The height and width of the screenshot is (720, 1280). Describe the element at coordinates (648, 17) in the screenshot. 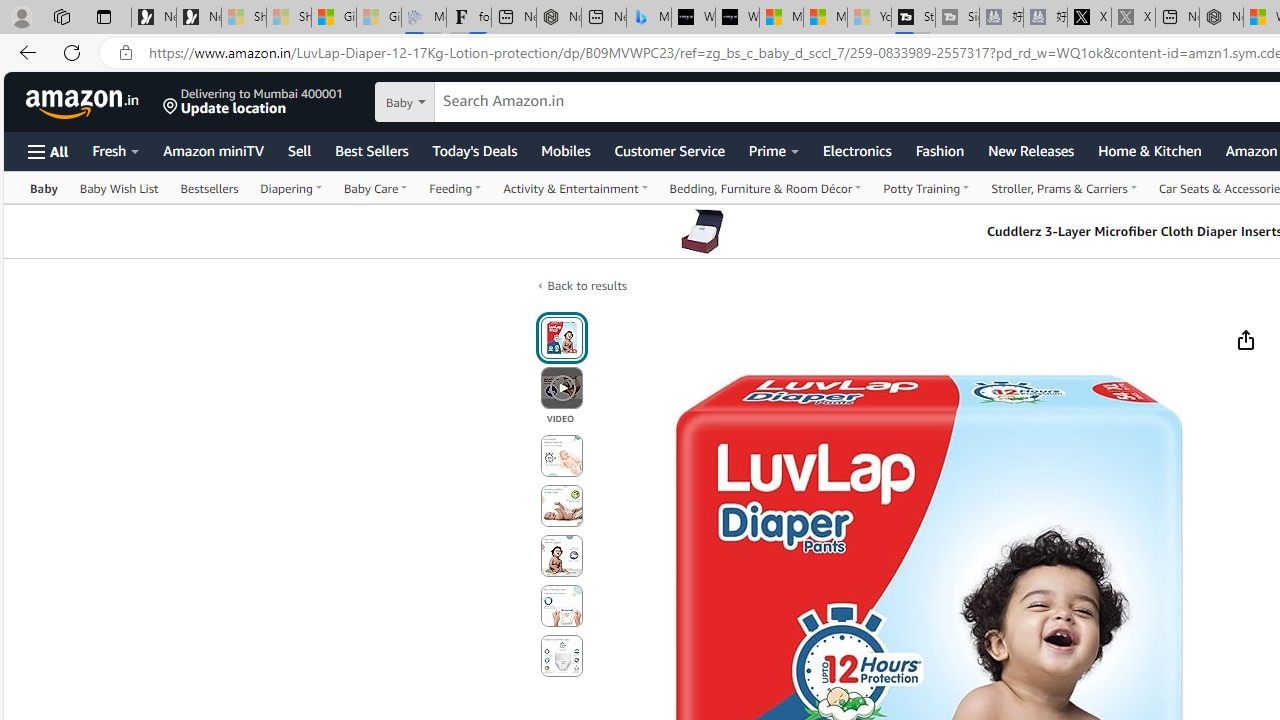

I see `'Microsoft Bing Travel - Shangri-La Hotel Bangkok'` at that location.